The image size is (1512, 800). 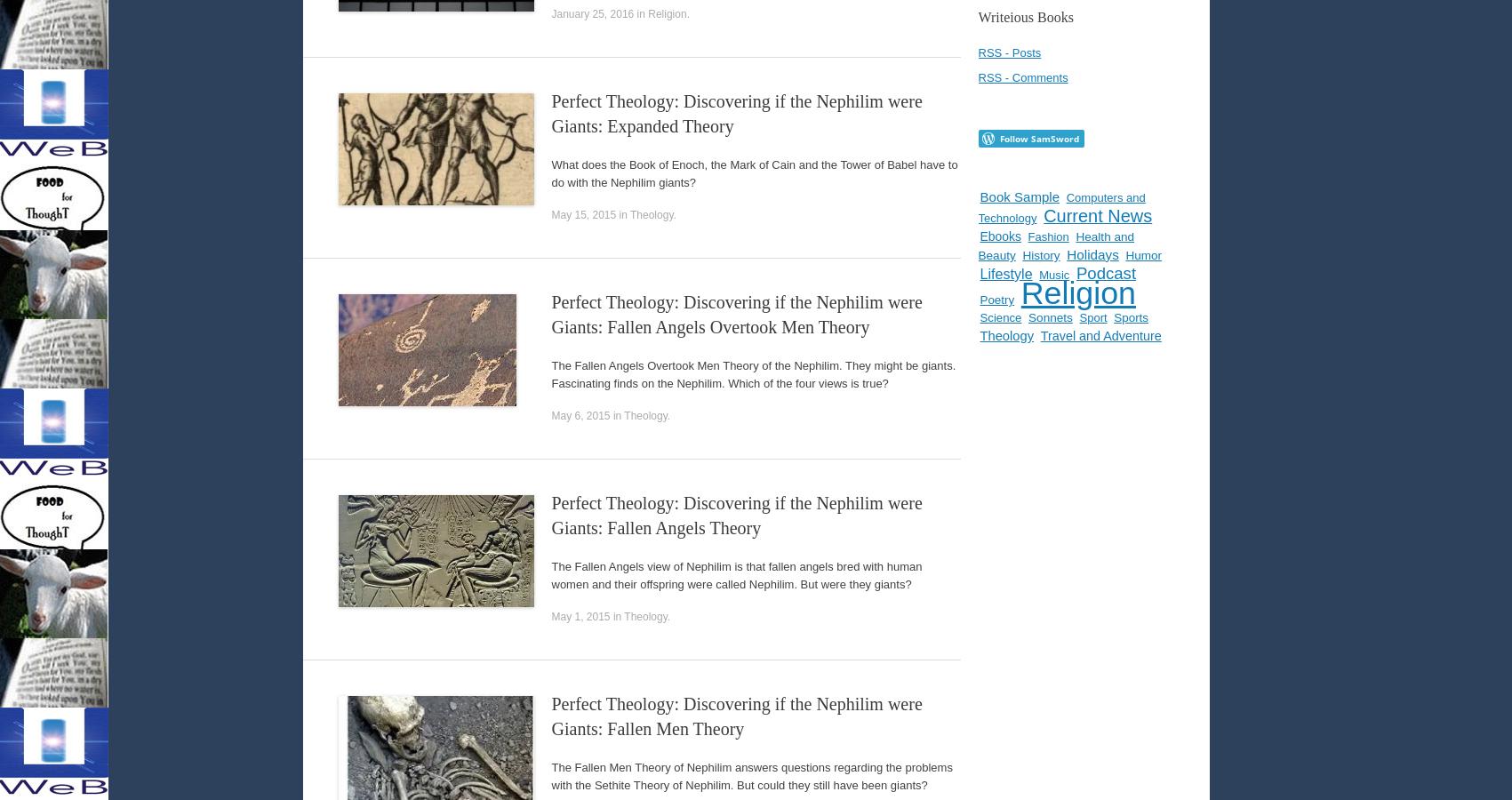 I want to click on 'The Fallen Men Theory of Nephilim answers questions regarding the problems with the Sethite Theory of Nephilim. But could they still have been giants?', so click(x=751, y=775).